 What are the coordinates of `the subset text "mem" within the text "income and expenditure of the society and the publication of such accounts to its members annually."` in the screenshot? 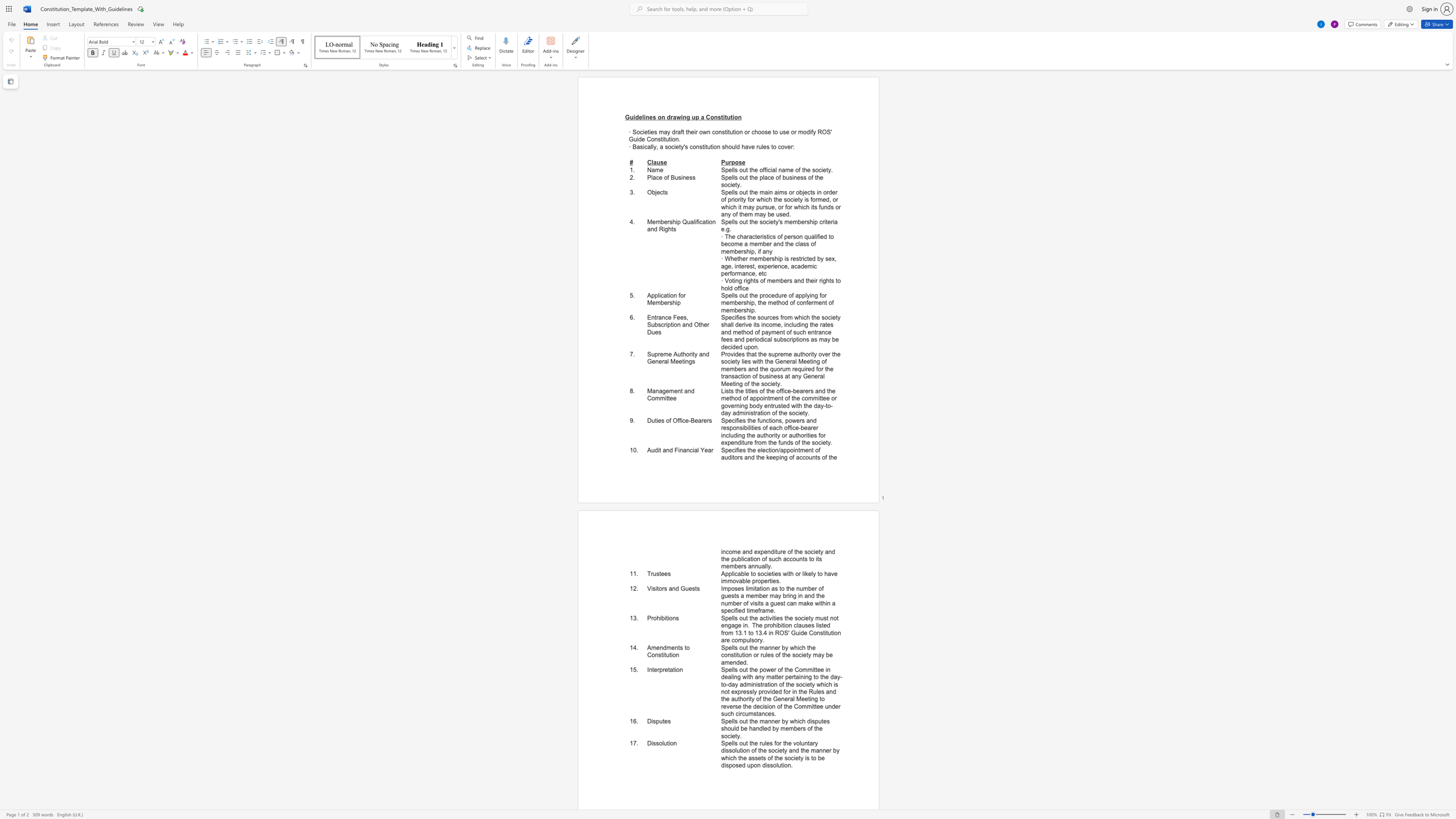 It's located at (721, 566).